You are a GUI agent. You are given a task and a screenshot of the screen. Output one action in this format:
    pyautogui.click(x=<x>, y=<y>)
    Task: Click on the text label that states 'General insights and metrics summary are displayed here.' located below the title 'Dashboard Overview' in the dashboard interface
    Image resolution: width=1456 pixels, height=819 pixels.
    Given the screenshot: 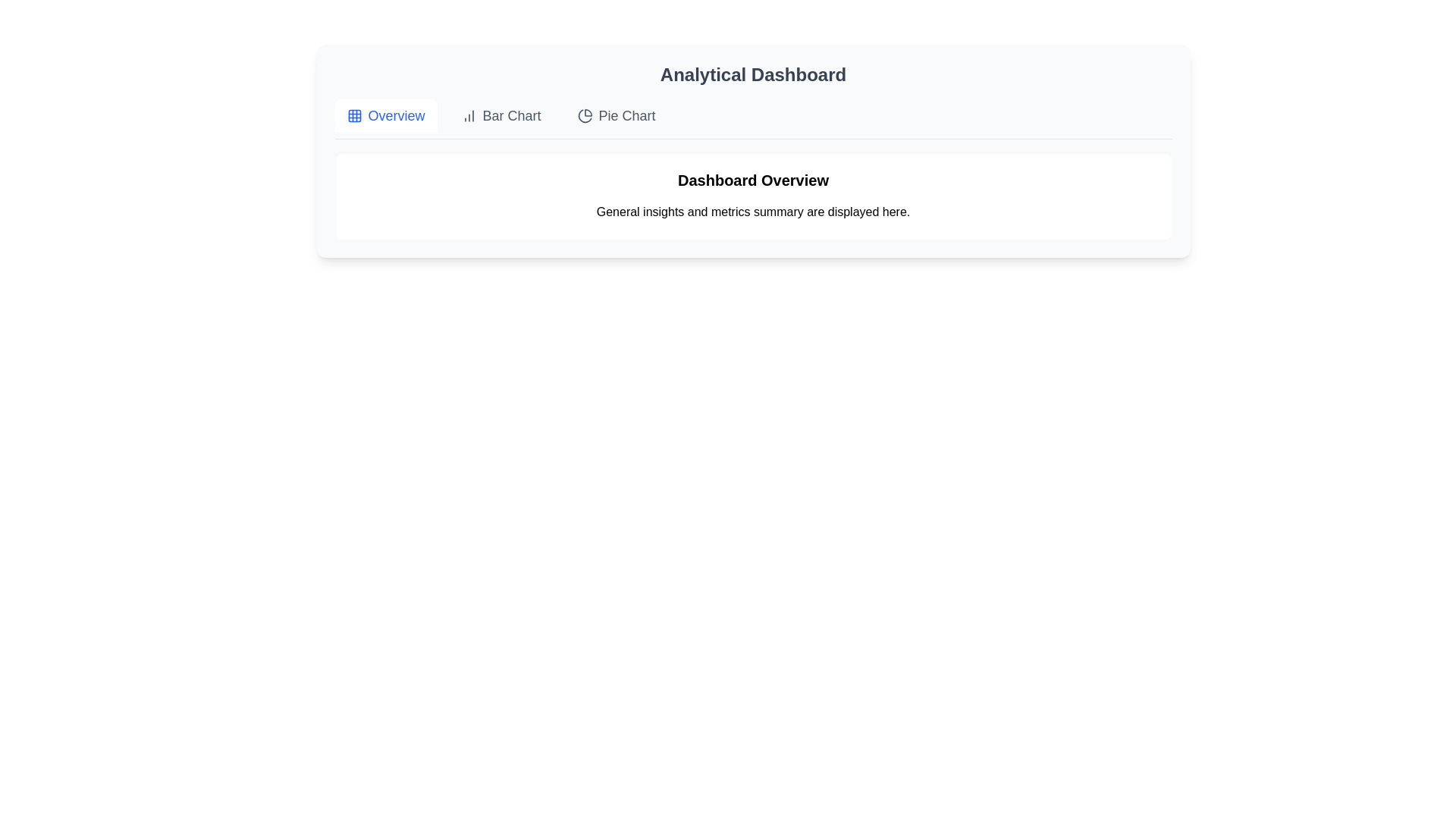 What is the action you would take?
    pyautogui.click(x=753, y=212)
    